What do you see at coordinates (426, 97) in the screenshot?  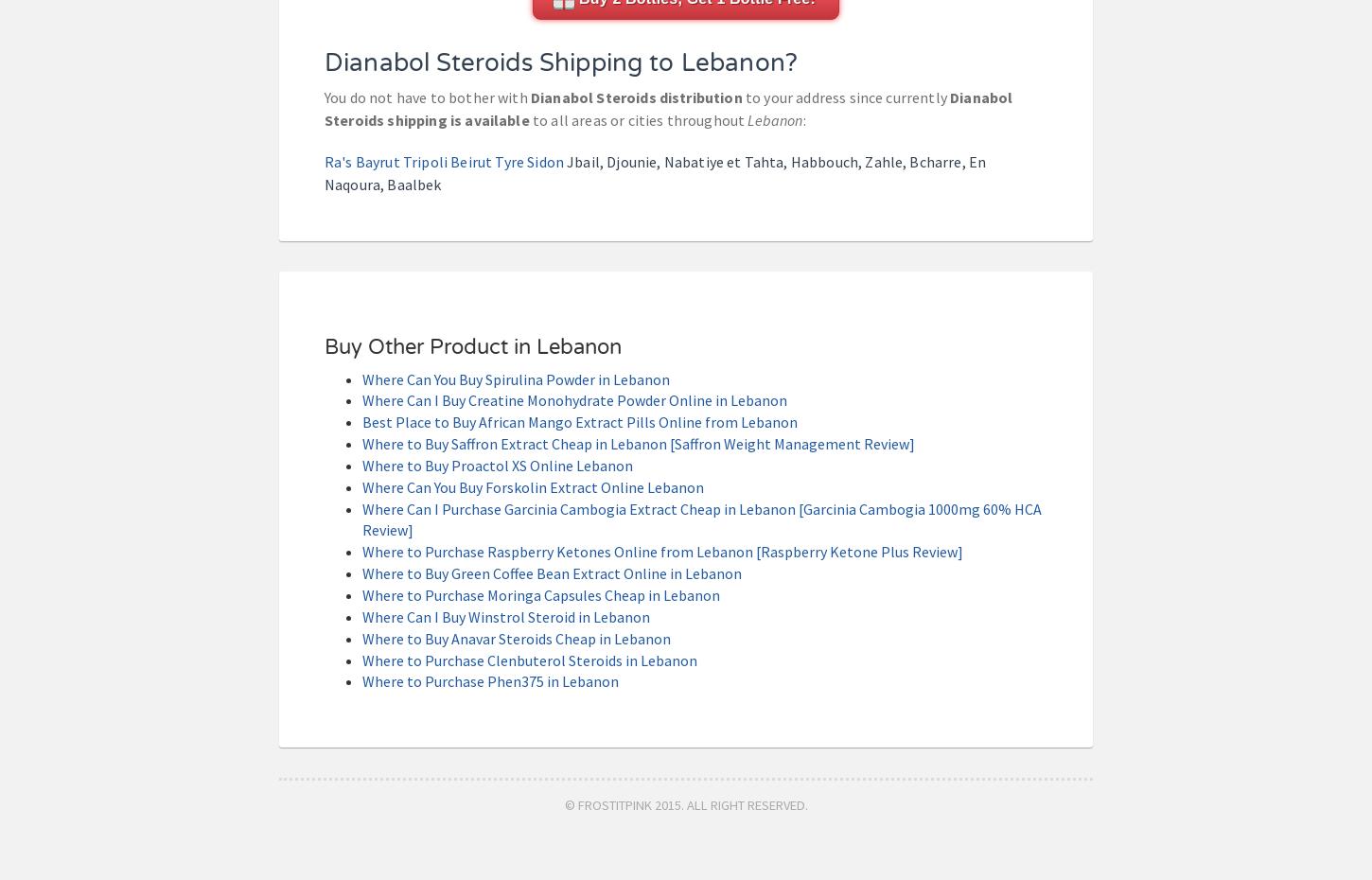 I see `'You do not have to bother with'` at bounding box center [426, 97].